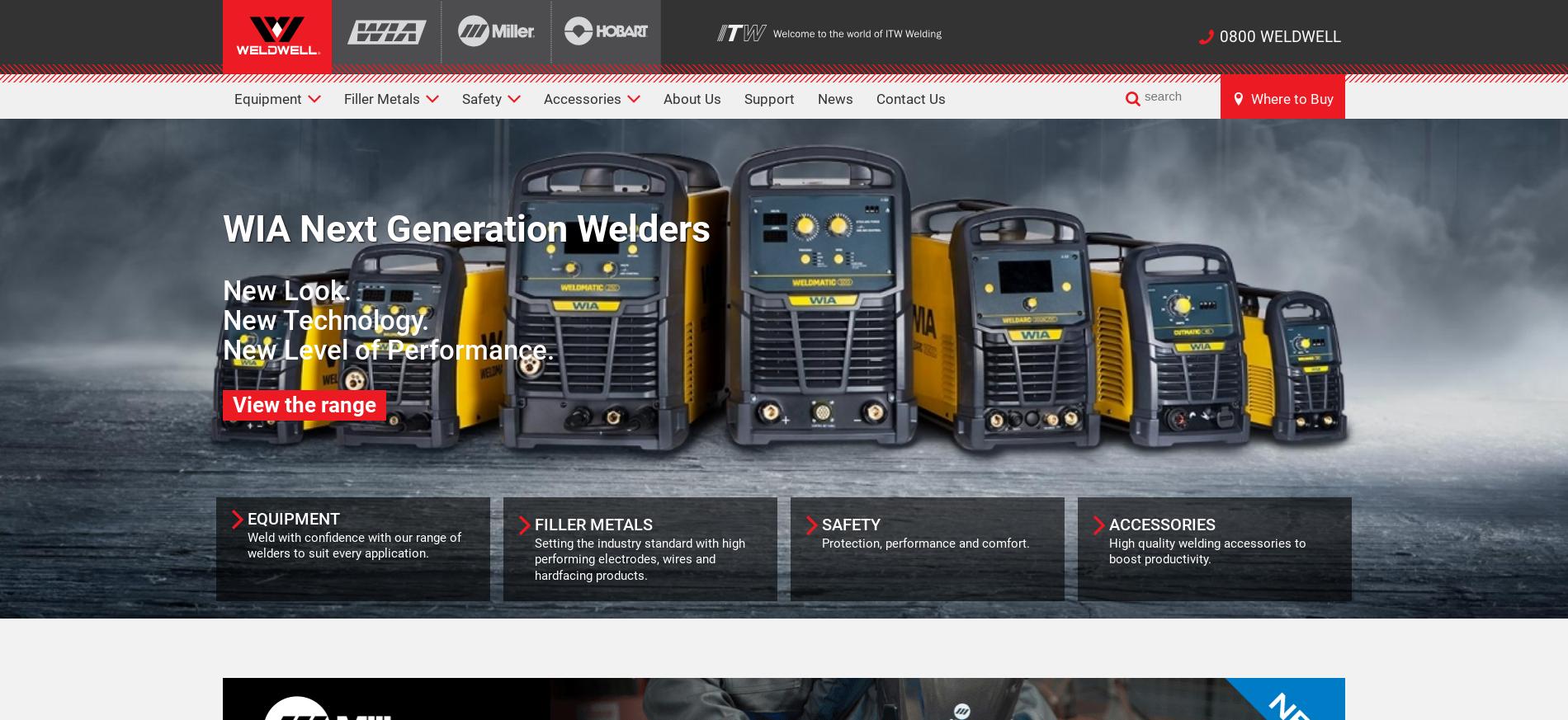  What do you see at coordinates (221, 289) in the screenshot?
I see `'New Look.'` at bounding box center [221, 289].